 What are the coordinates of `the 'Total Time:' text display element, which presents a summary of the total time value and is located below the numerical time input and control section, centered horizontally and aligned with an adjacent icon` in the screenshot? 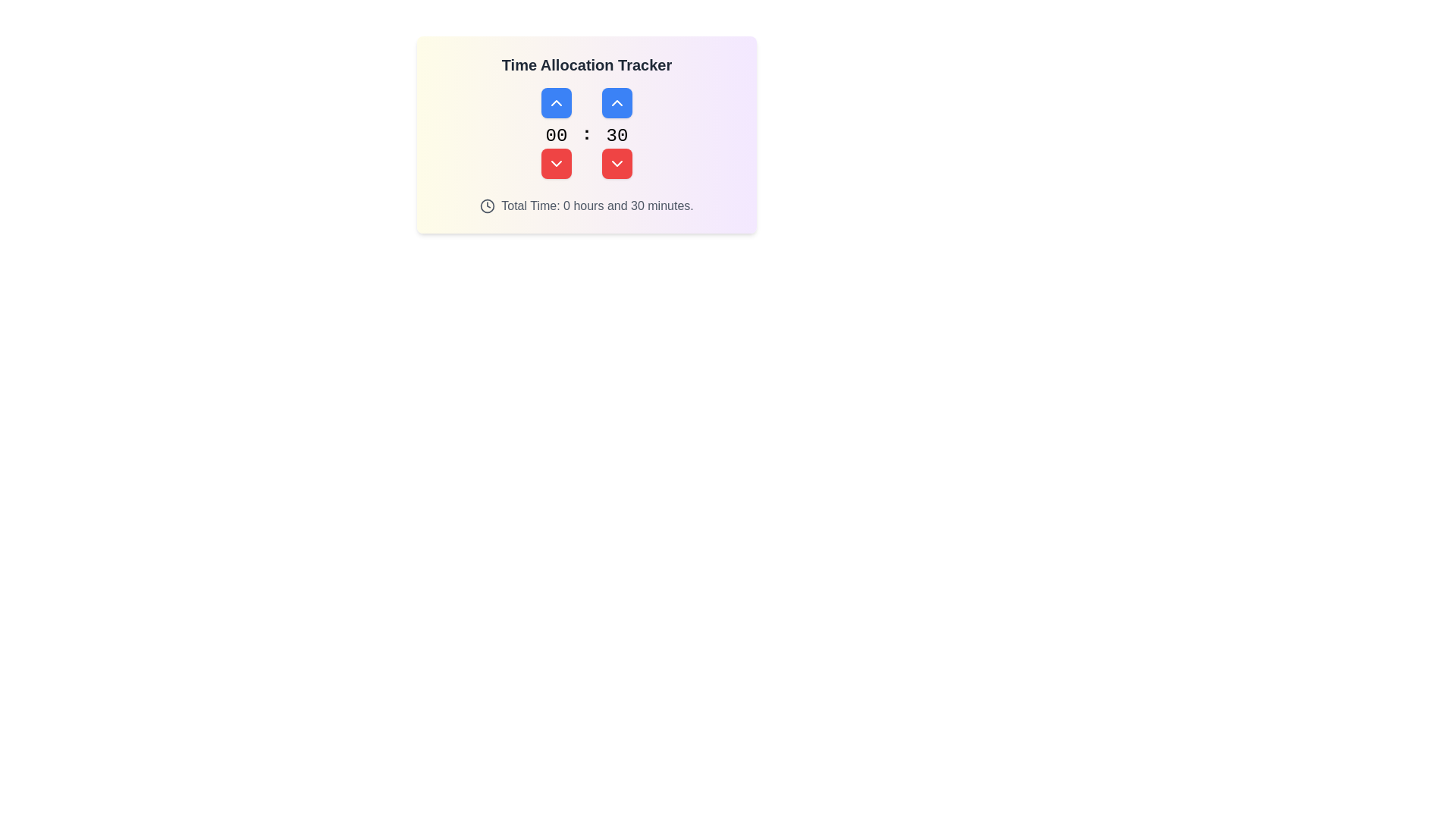 It's located at (596, 206).